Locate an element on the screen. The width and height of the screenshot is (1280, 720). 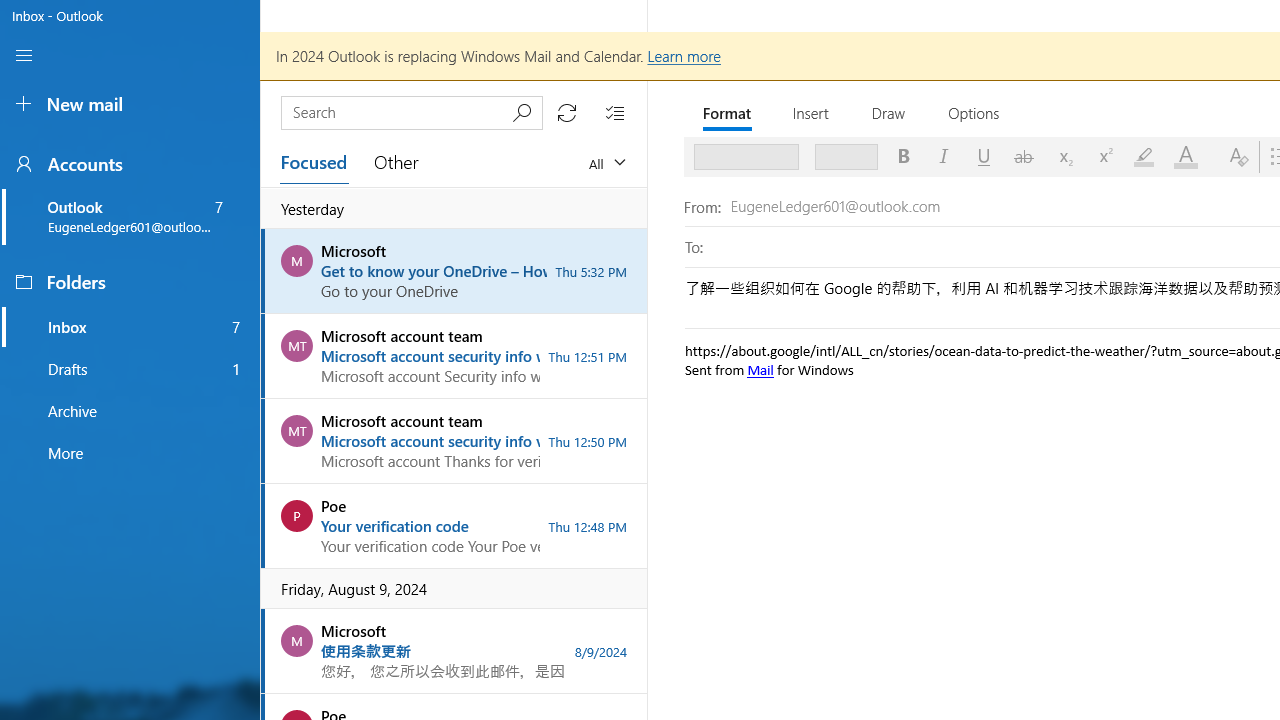
'Font Size' is located at coordinates (839, 155).